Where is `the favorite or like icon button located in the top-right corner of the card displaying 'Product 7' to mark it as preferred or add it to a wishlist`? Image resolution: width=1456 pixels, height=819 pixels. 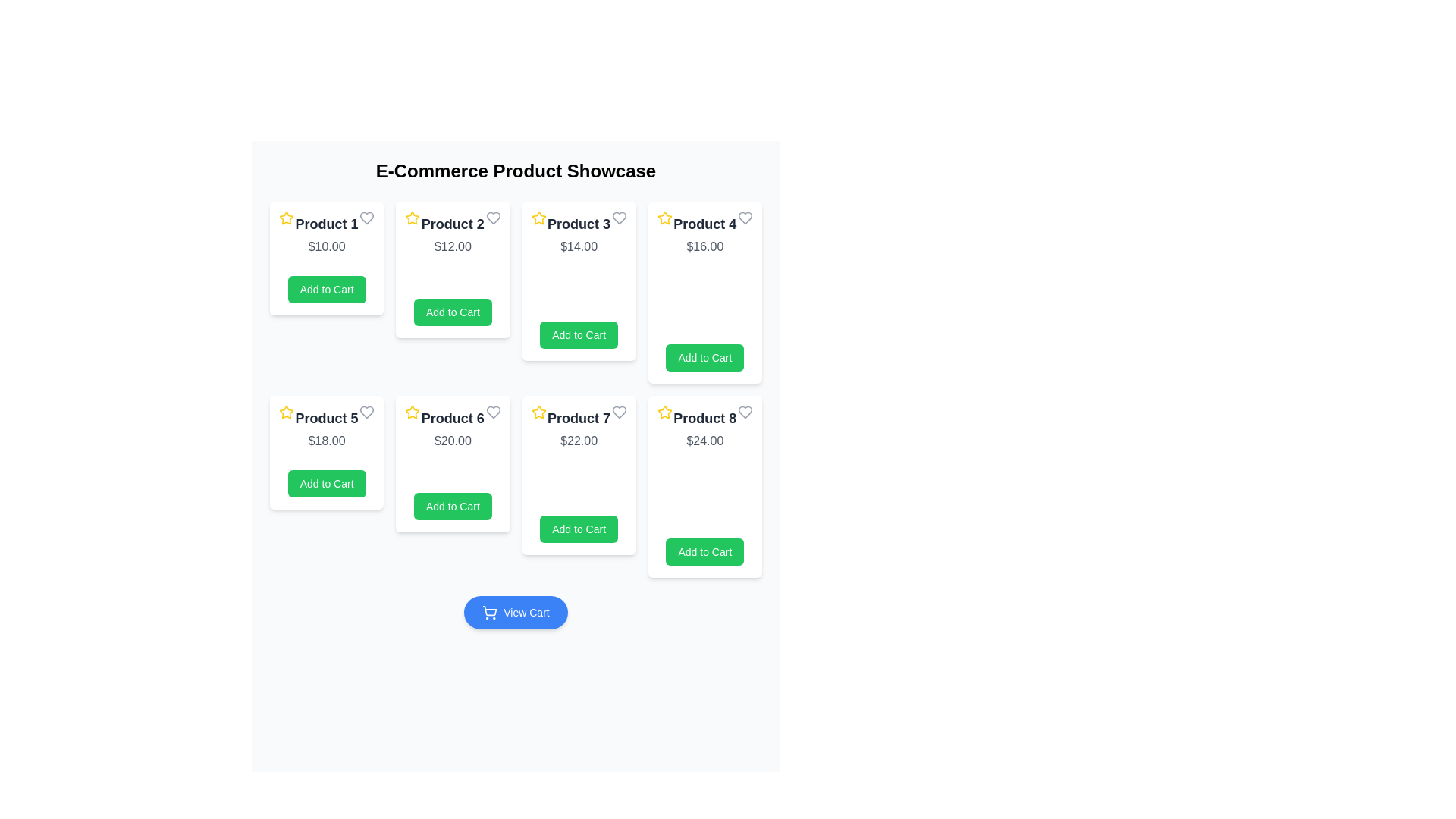 the favorite or like icon button located in the top-right corner of the card displaying 'Product 7' to mark it as preferred or add it to a wishlist is located at coordinates (619, 412).